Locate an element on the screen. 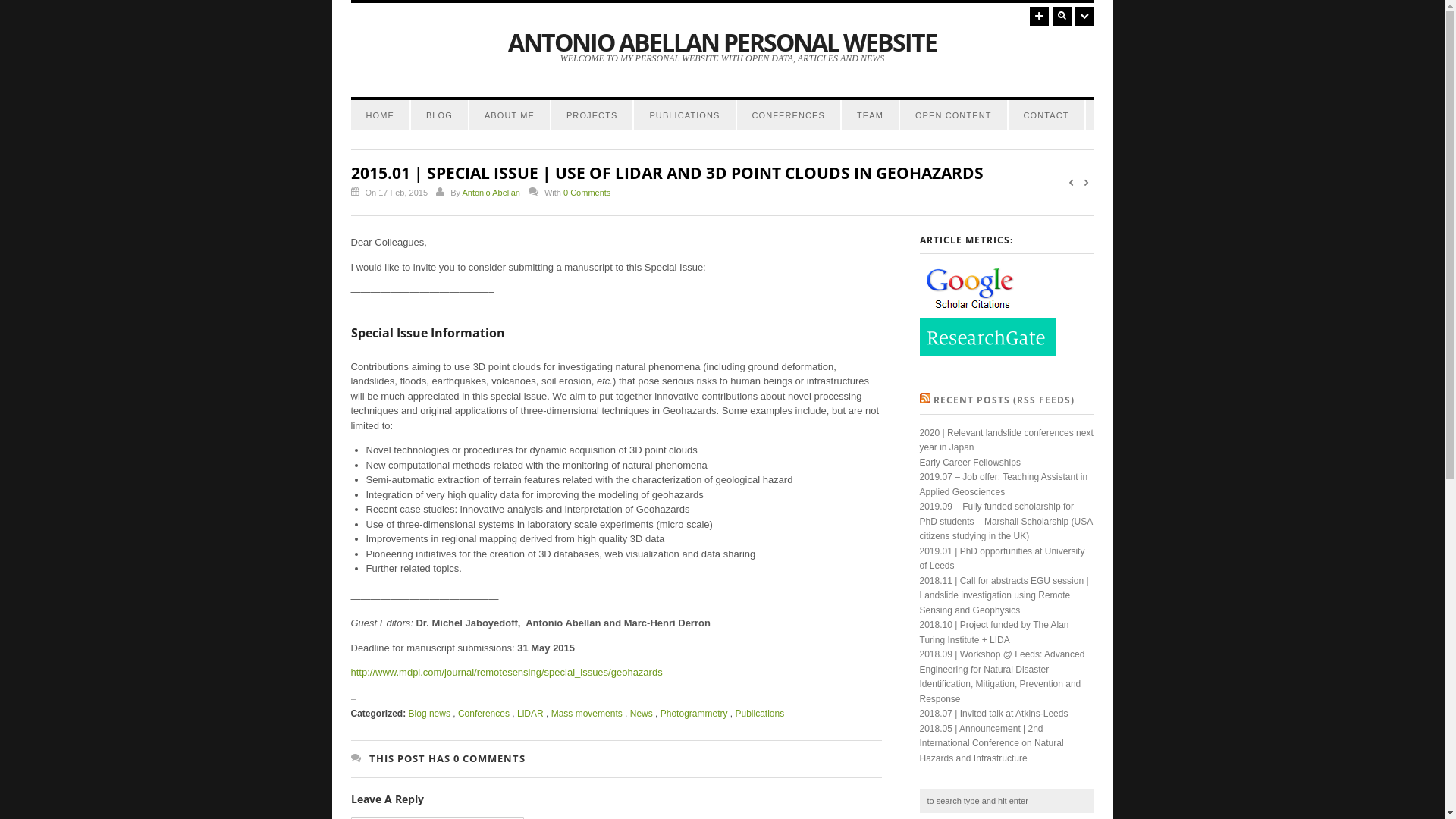 Image resolution: width=1456 pixels, height=819 pixels. 'HOME' is located at coordinates (379, 114).